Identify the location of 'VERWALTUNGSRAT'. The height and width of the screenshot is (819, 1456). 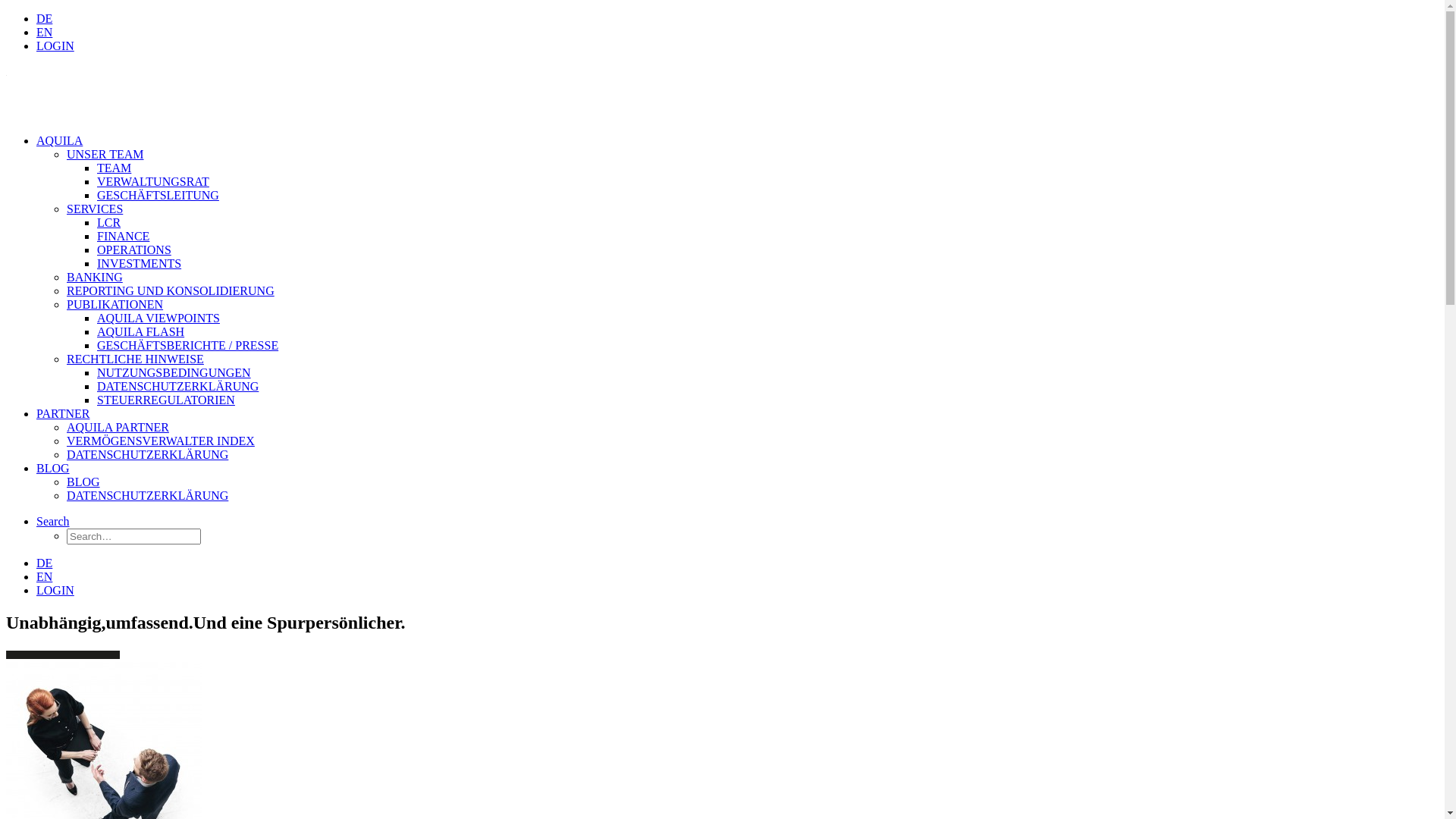
(152, 180).